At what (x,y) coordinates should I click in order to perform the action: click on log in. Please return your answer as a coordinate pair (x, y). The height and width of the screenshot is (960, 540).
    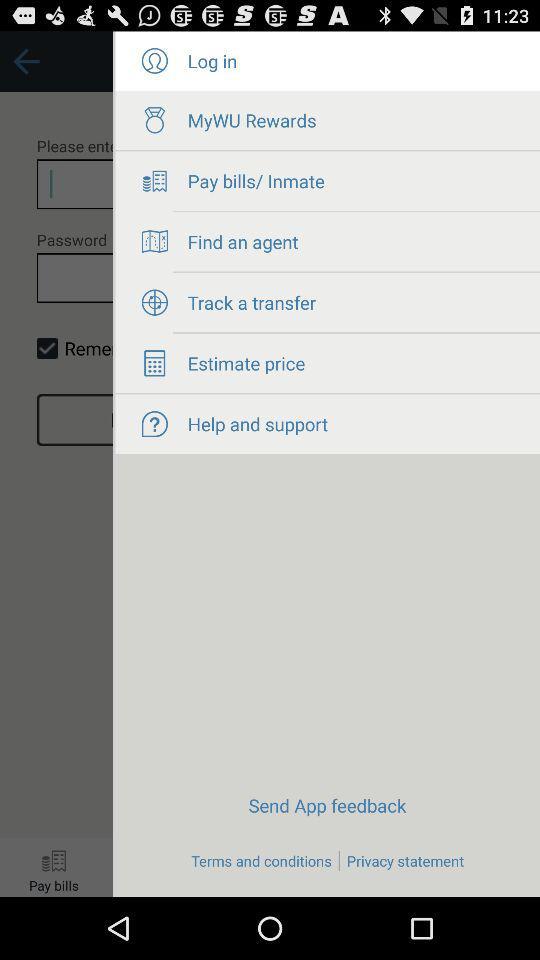
    Looking at the image, I should click on (153, 61).